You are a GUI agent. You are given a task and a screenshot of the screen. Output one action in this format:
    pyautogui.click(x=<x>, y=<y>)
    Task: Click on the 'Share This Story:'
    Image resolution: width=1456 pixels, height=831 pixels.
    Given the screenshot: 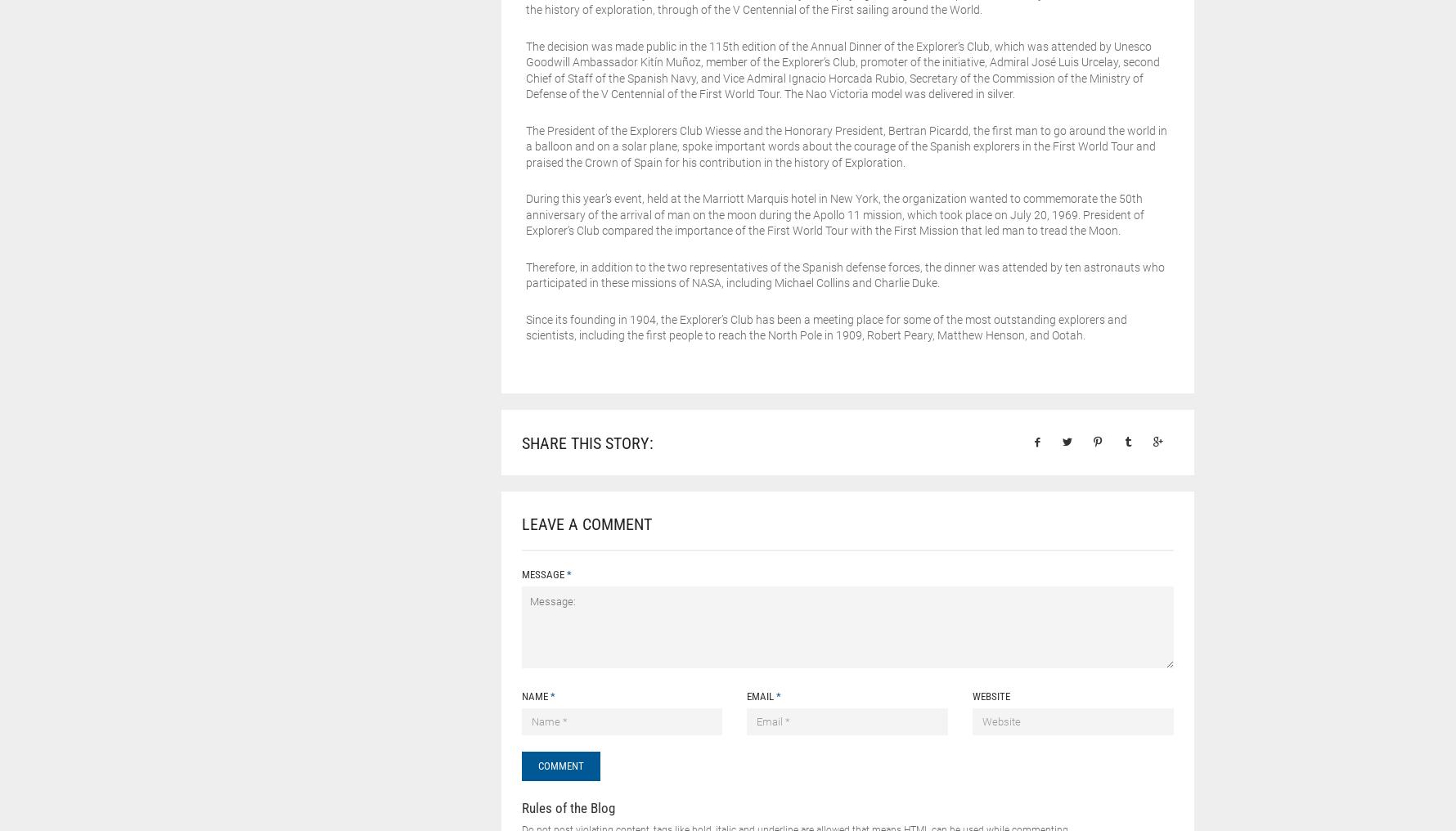 What is the action you would take?
    pyautogui.click(x=586, y=442)
    